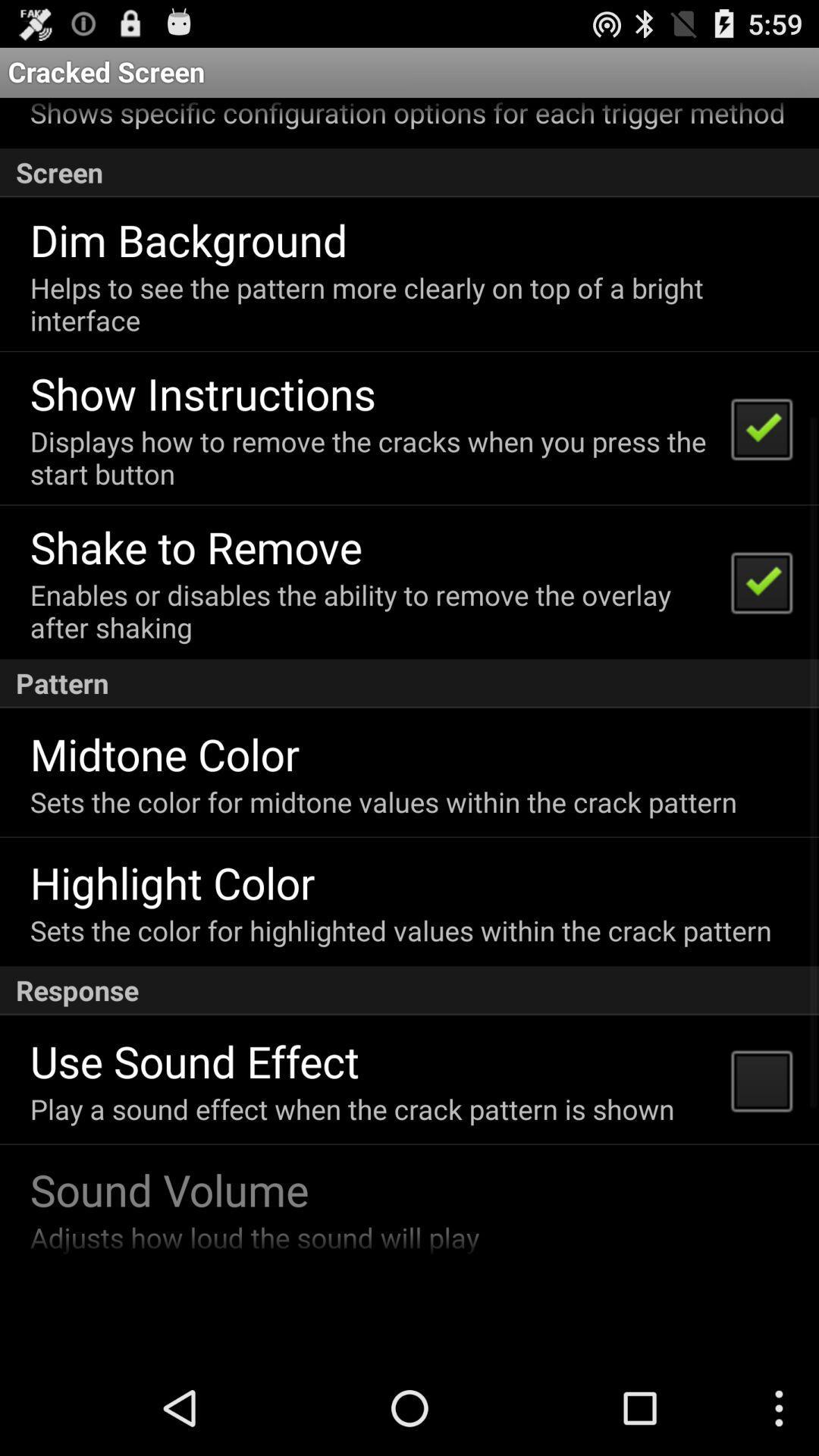 The height and width of the screenshot is (1456, 819). Describe the element at coordinates (409, 990) in the screenshot. I see `the app above use sound effect item` at that location.